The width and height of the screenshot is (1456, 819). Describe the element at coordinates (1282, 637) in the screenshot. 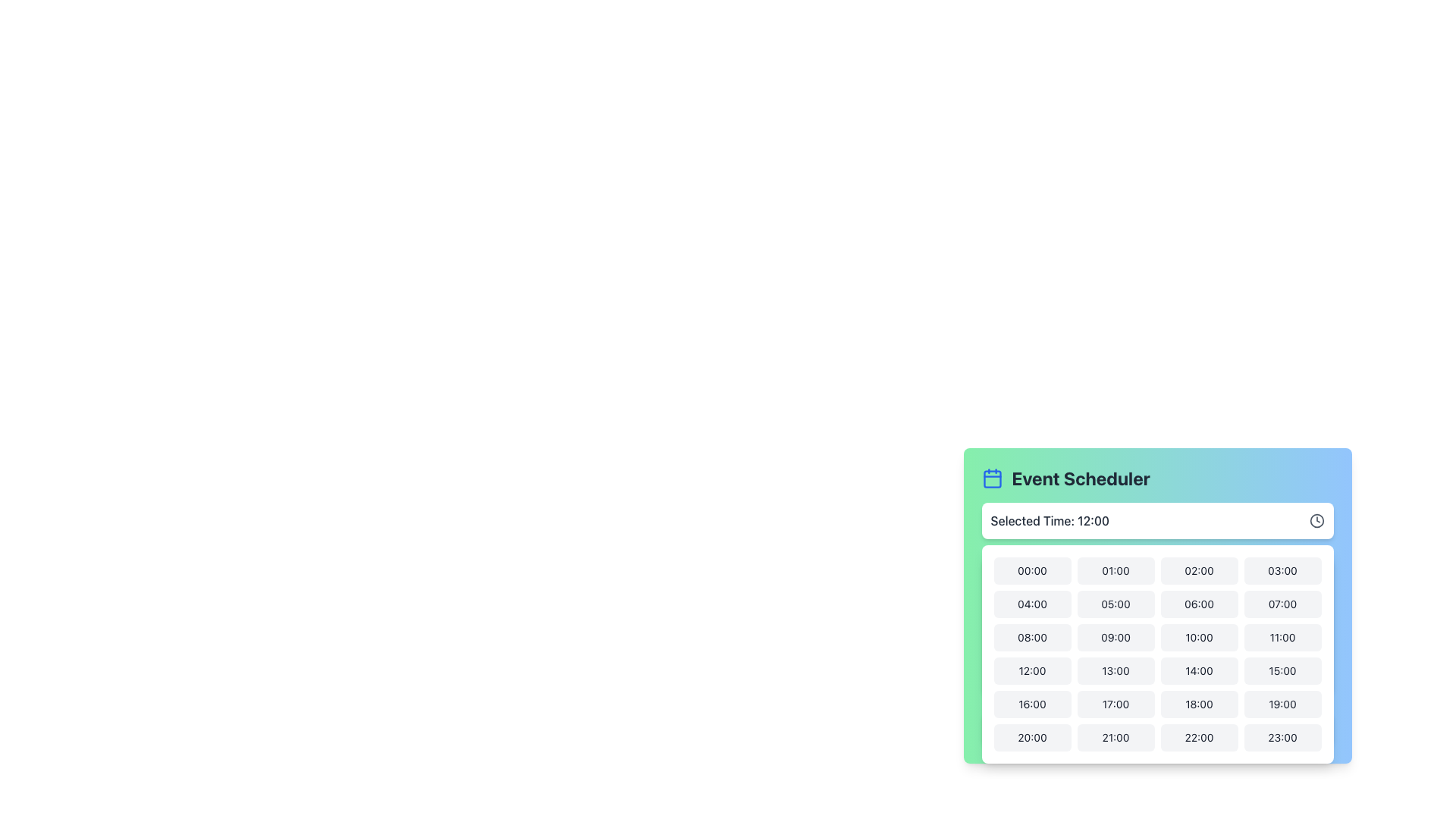

I see `the rectangular button labeled '11:00' with a dark gray text and light gray background, located` at that location.